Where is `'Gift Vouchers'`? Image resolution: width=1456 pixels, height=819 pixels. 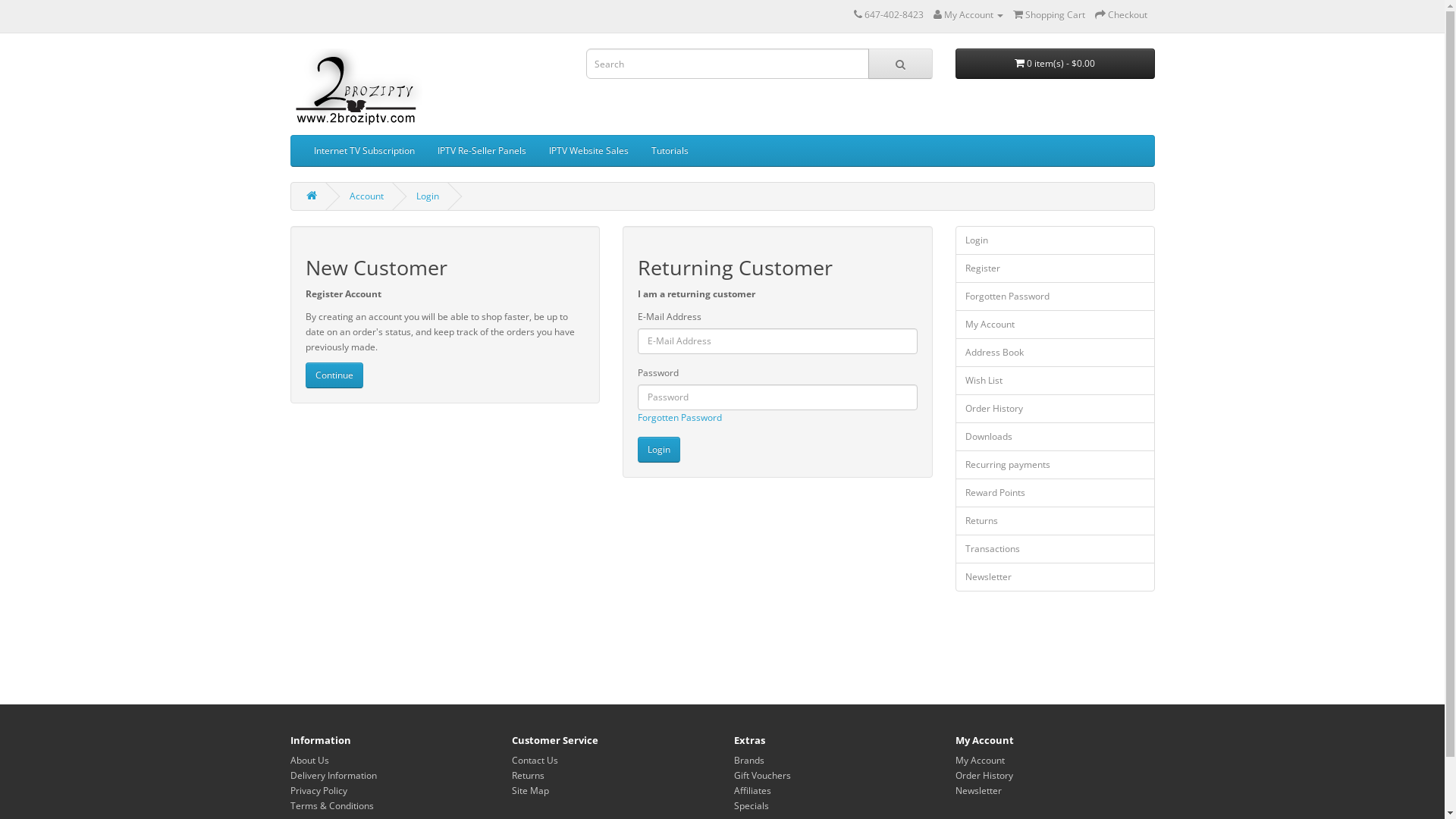
'Gift Vouchers' is located at coordinates (734, 775).